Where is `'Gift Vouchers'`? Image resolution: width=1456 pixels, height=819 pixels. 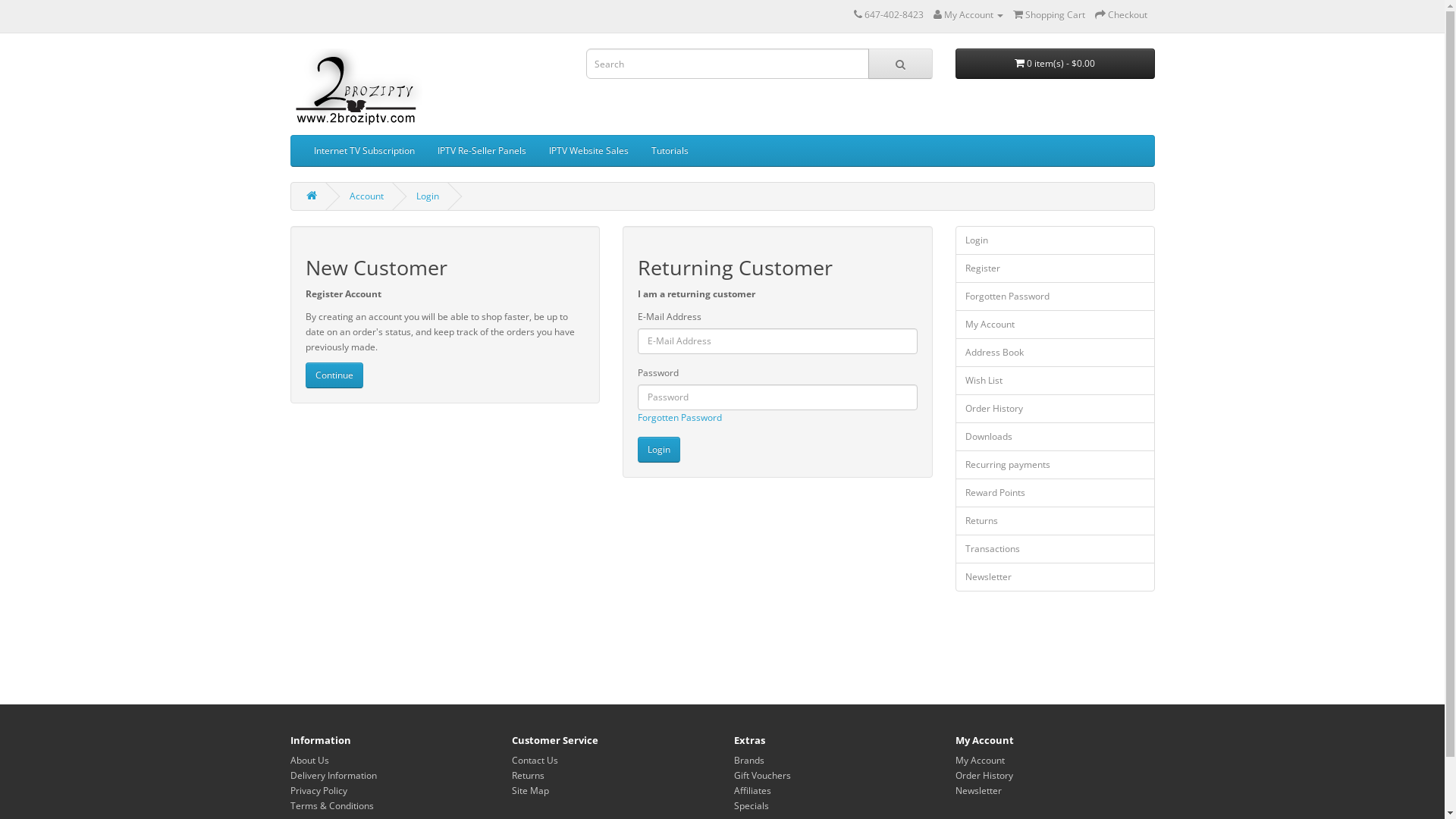
'Gift Vouchers' is located at coordinates (734, 775).